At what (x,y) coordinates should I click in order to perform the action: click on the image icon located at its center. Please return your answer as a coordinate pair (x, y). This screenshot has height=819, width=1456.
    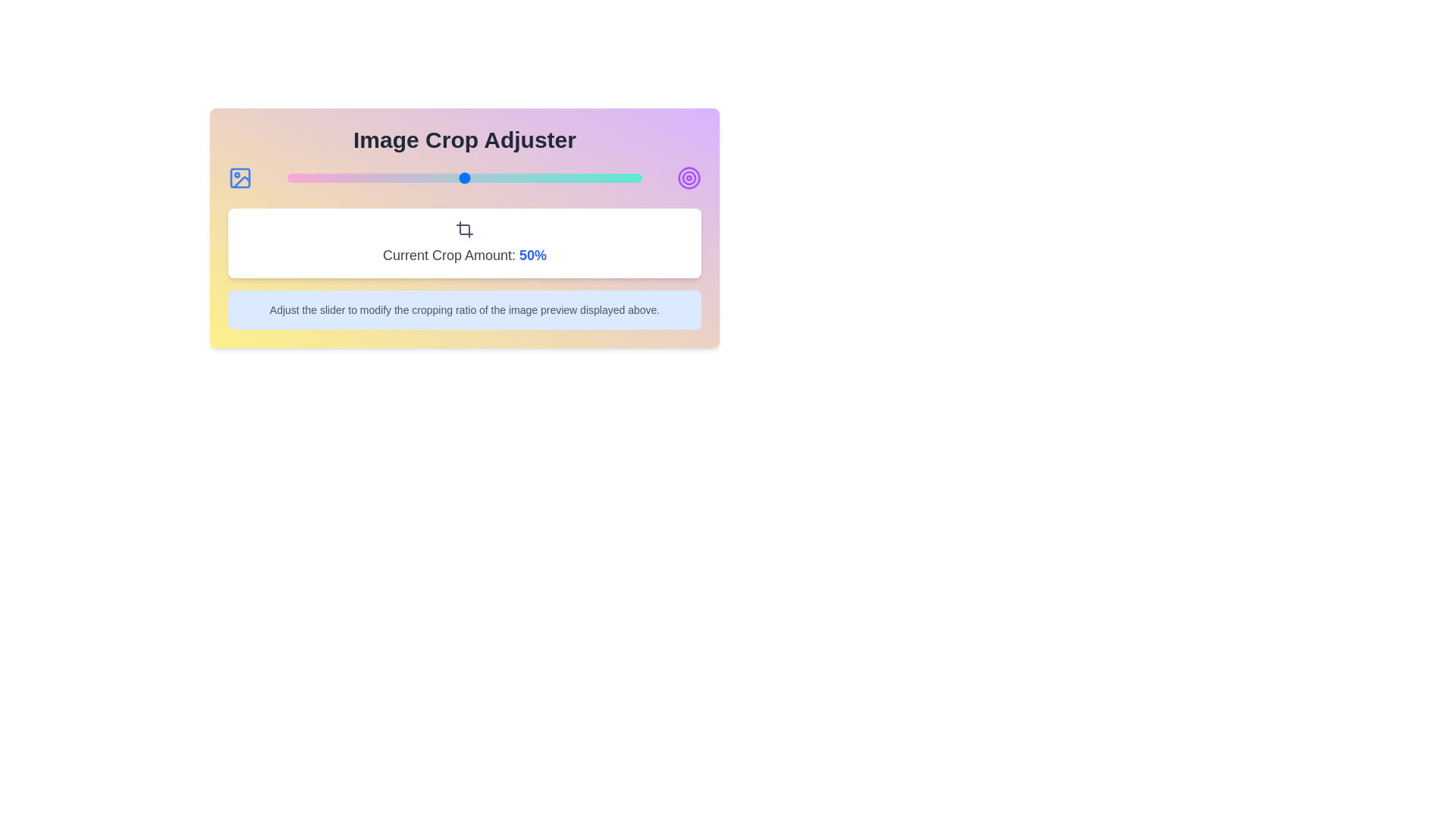
    Looking at the image, I should click on (239, 177).